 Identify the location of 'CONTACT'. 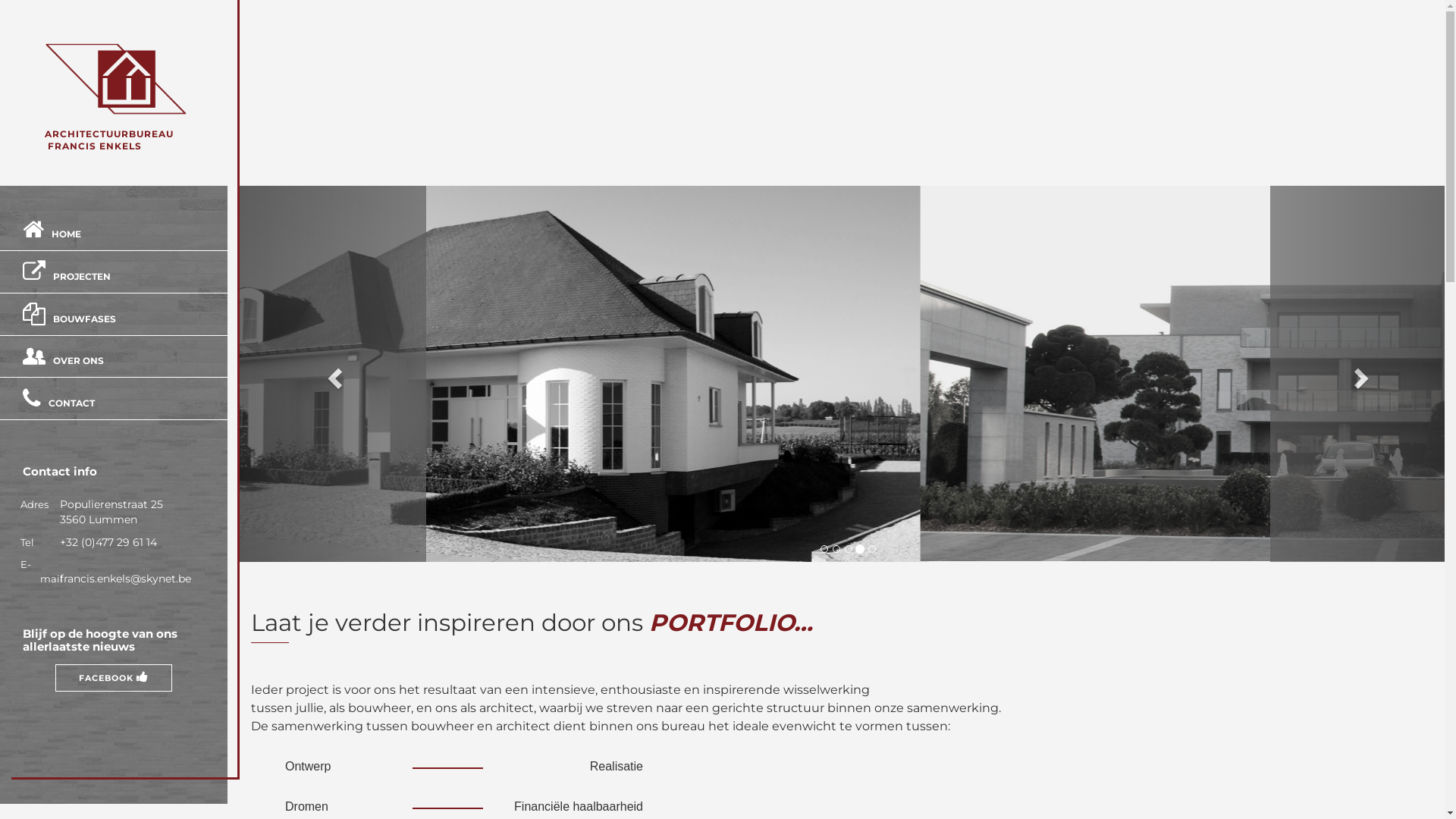
(71, 402).